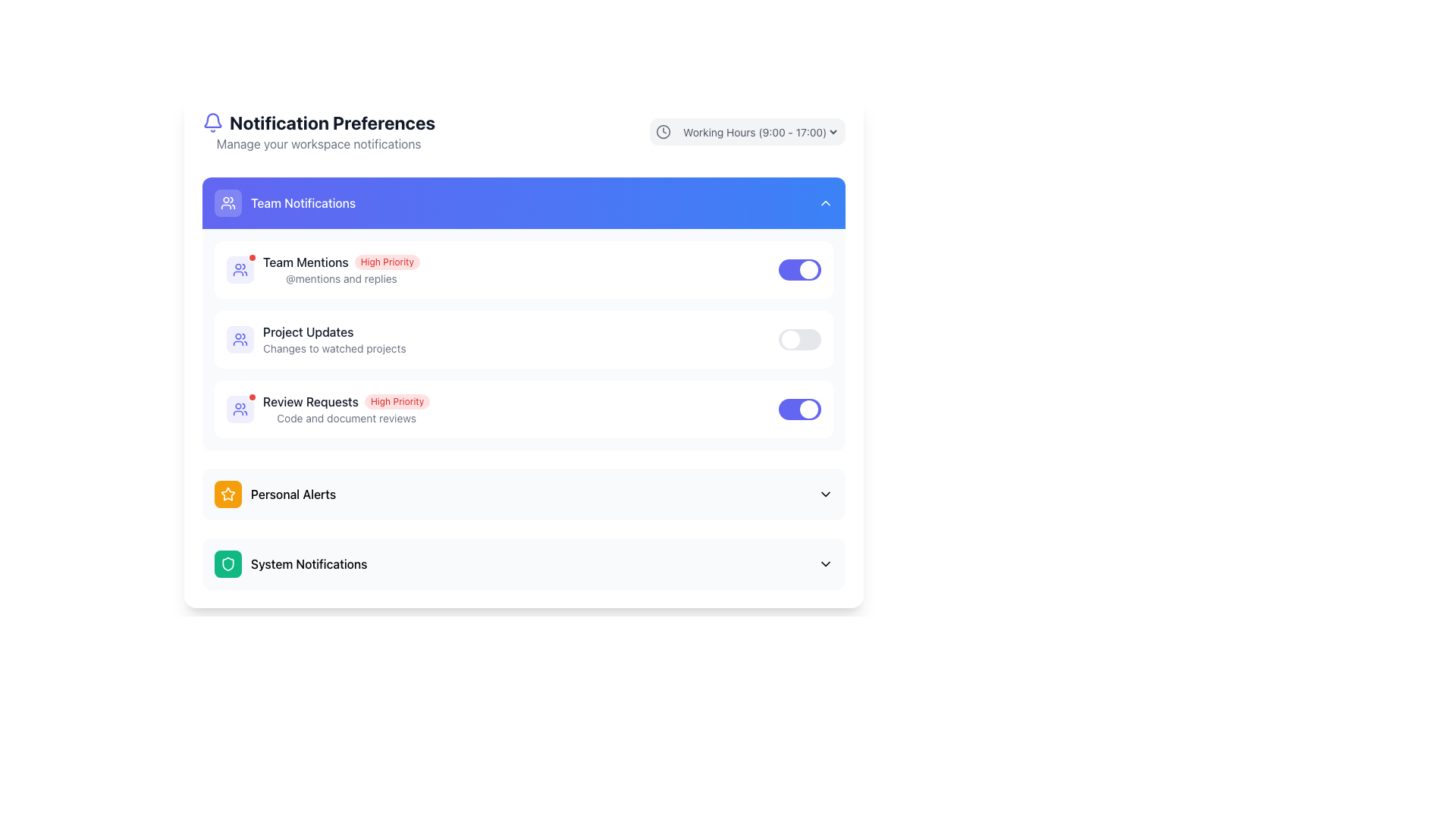  I want to click on the notification block styled with a gray background and rounded corners in the 'Notification Preferences' page, so click(524, 312).